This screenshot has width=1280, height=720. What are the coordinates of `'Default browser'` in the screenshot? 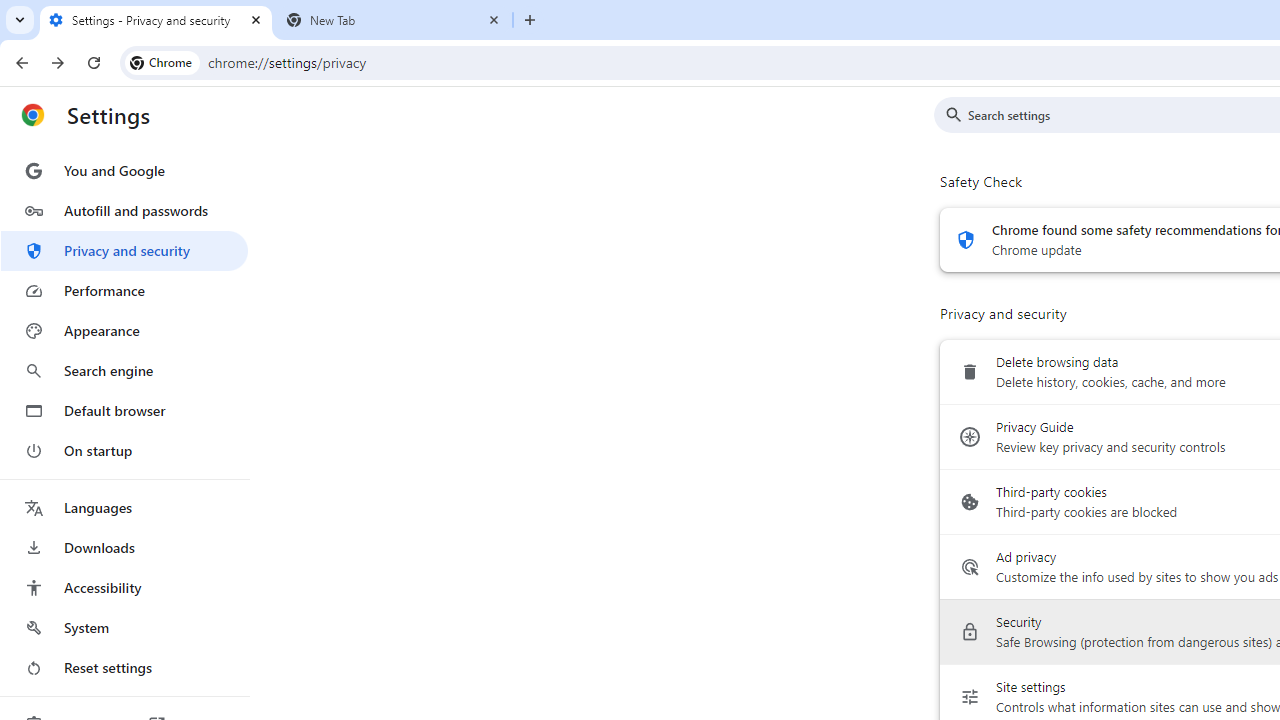 It's located at (123, 410).